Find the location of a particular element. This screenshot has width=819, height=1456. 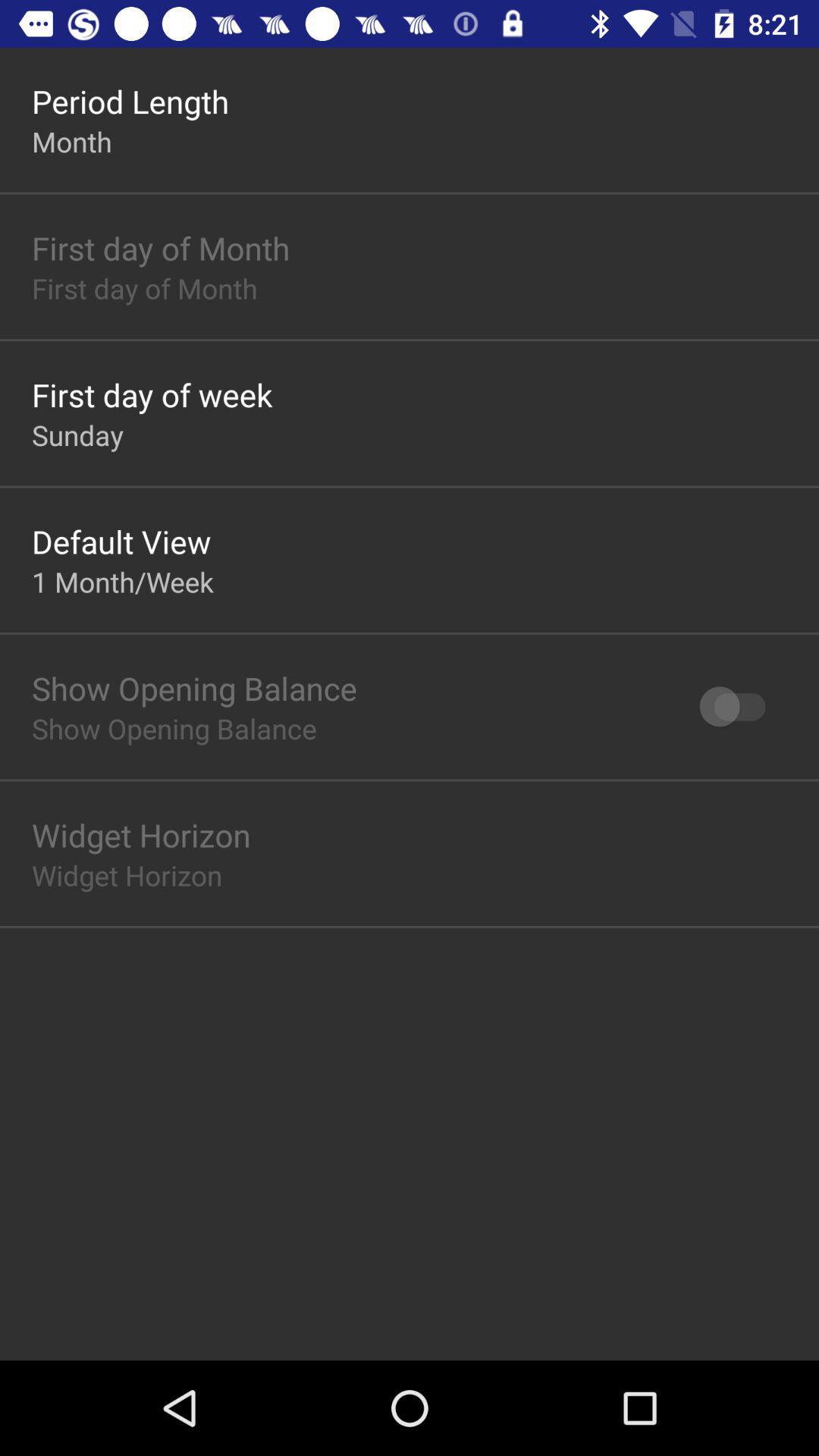

the period length is located at coordinates (130, 100).